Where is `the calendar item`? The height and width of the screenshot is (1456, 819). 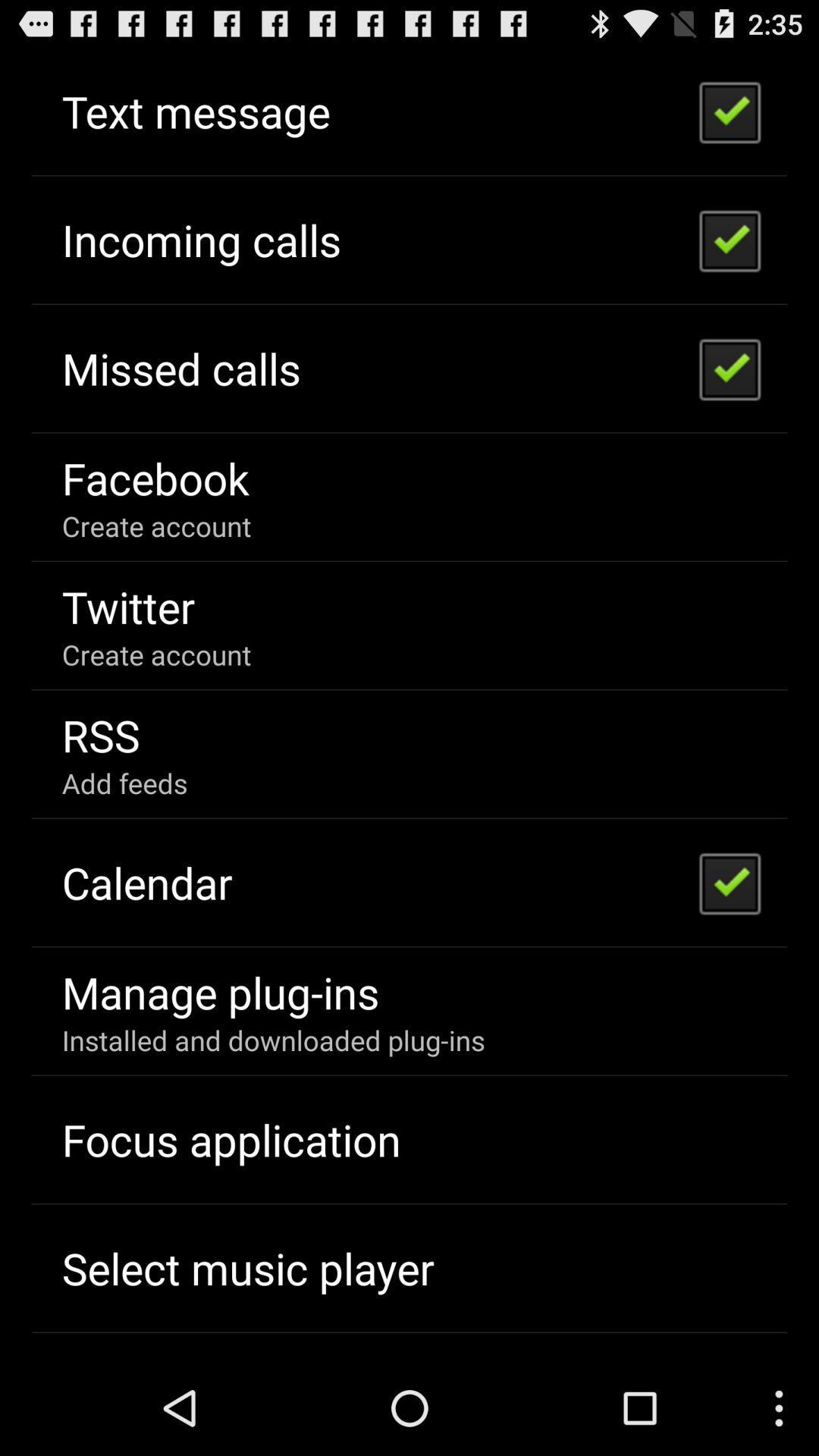
the calendar item is located at coordinates (147, 882).